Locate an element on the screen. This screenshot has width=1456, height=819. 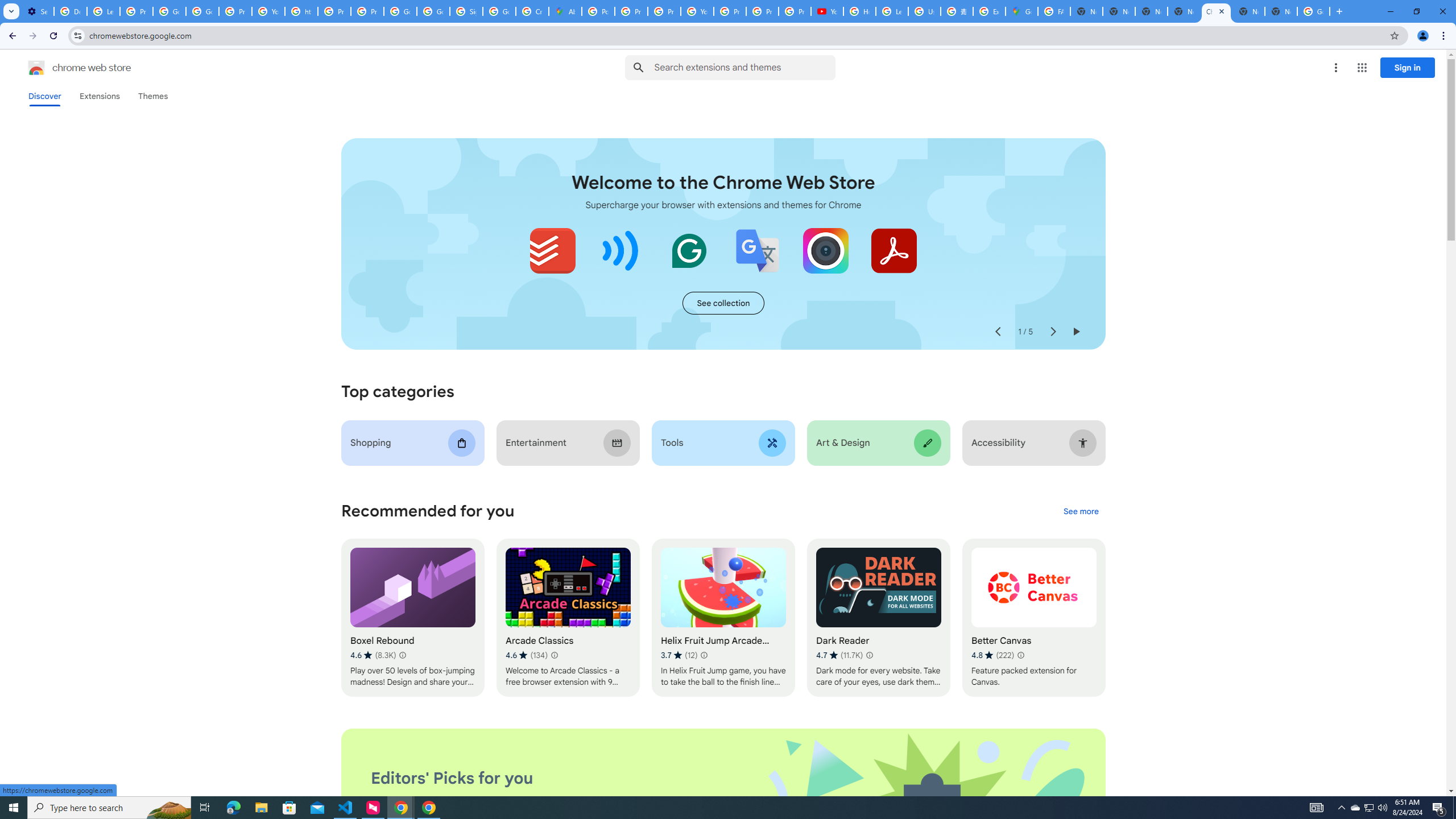
'Tools' is located at coordinates (723, 442).